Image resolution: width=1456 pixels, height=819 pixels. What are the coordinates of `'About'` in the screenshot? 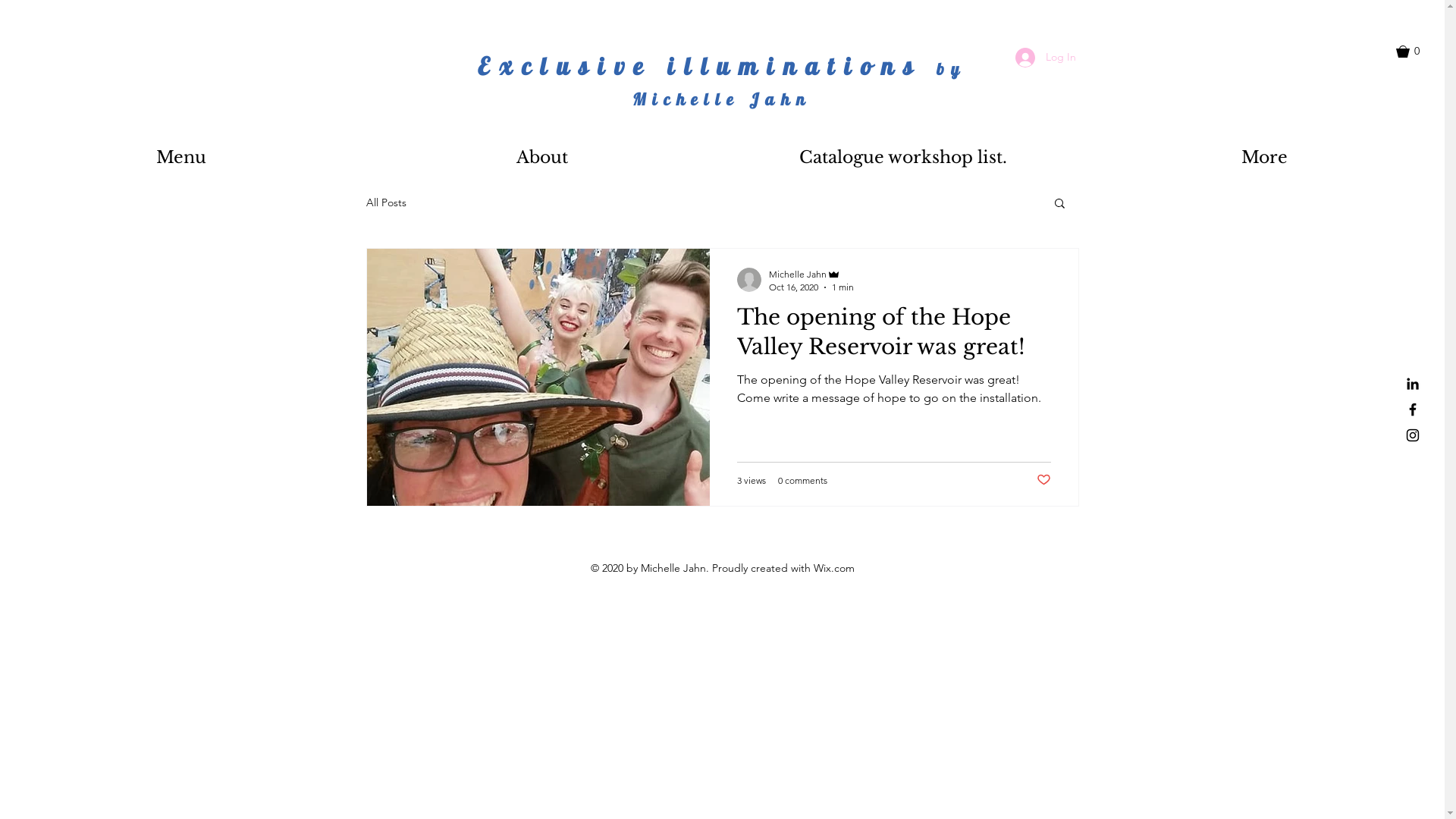 It's located at (542, 157).